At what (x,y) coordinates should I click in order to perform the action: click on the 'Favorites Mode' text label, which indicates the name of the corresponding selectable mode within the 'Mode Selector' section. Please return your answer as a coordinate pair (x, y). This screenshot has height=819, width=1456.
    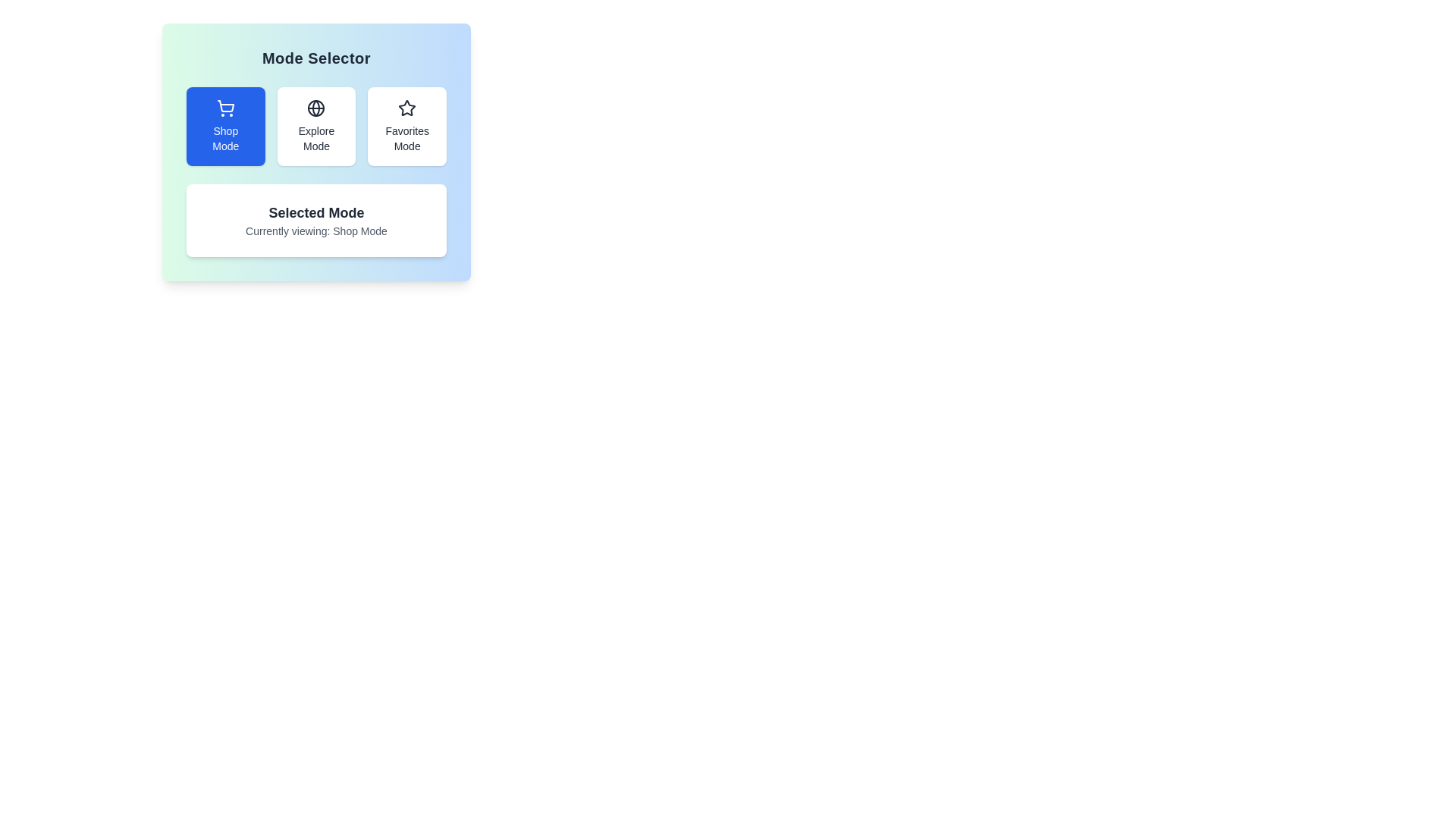
    Looking at the image, I should click on (407, 138).